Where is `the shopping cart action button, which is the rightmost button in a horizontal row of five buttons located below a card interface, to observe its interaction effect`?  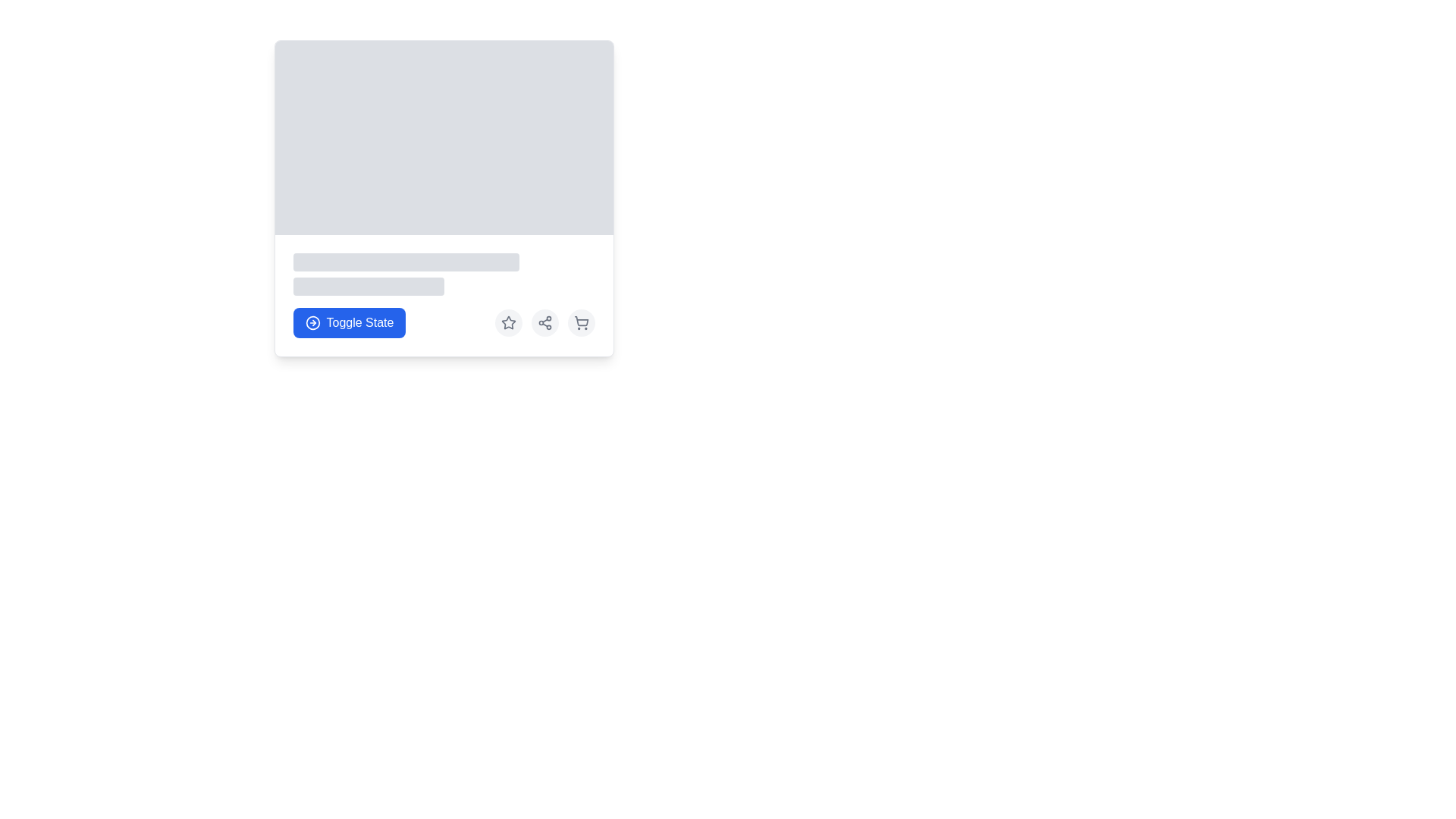 the shopping cart action button, which is the rightmost button in a horizontal row of five buttons located below a card interface, to observe its interaction effect is located at coordinates (580, 322).